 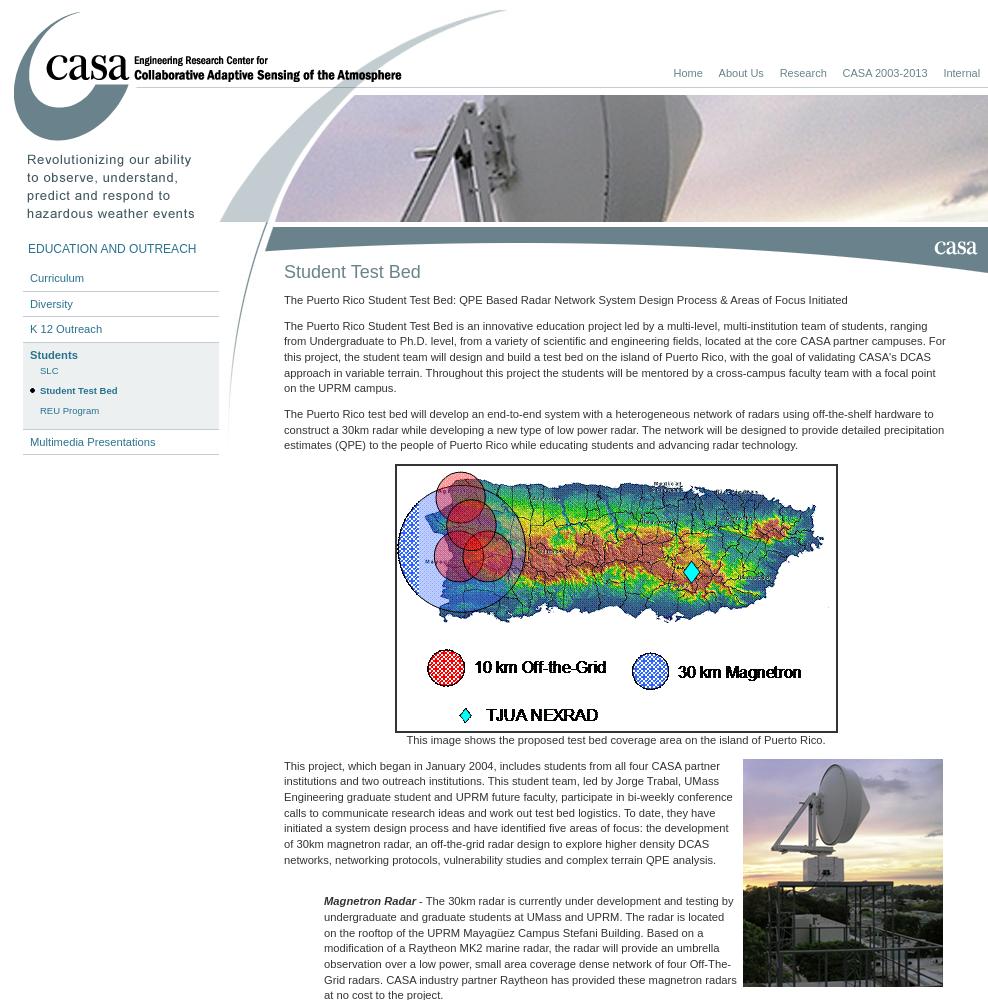 I want to click on 'Magnetron Radar', so click(x=323, y=901).